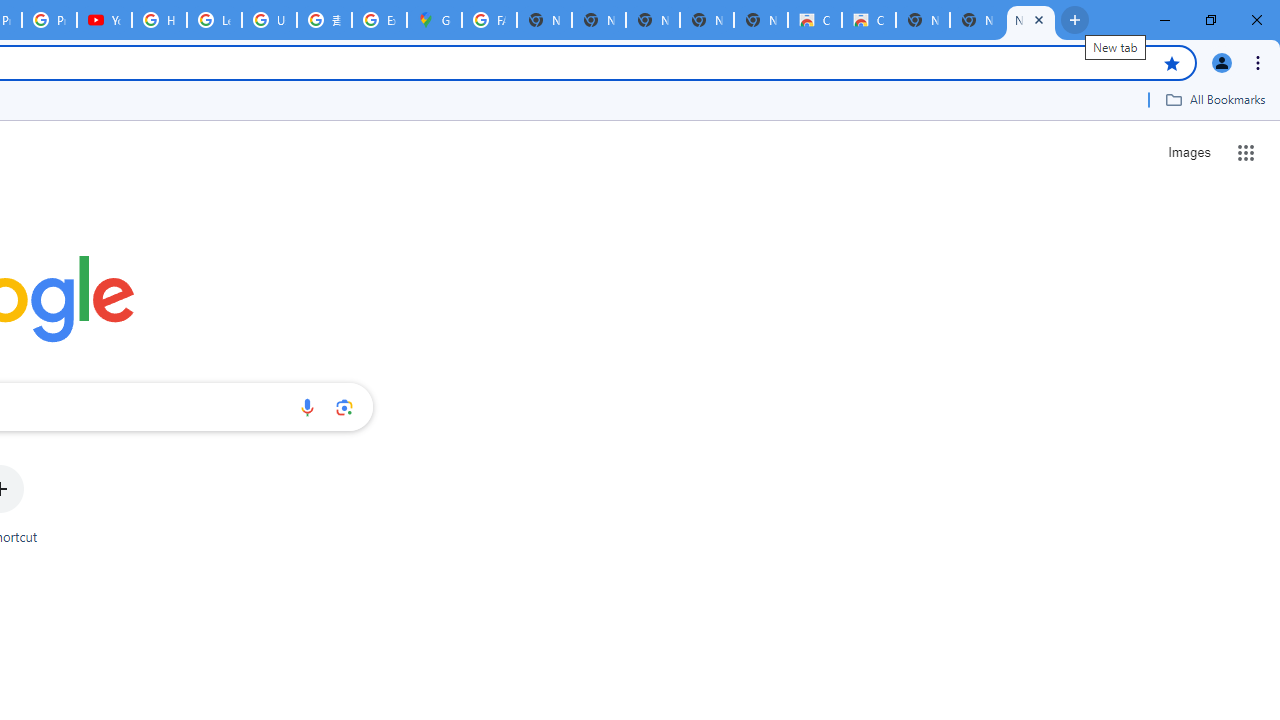 Image resolution: width=1280 pixels, height=720 pixels. Describe the element at coordinates (158, 20) in the screenshot. I see `'How Chrome protects your passwords - Google Chrome Help'` at that location.